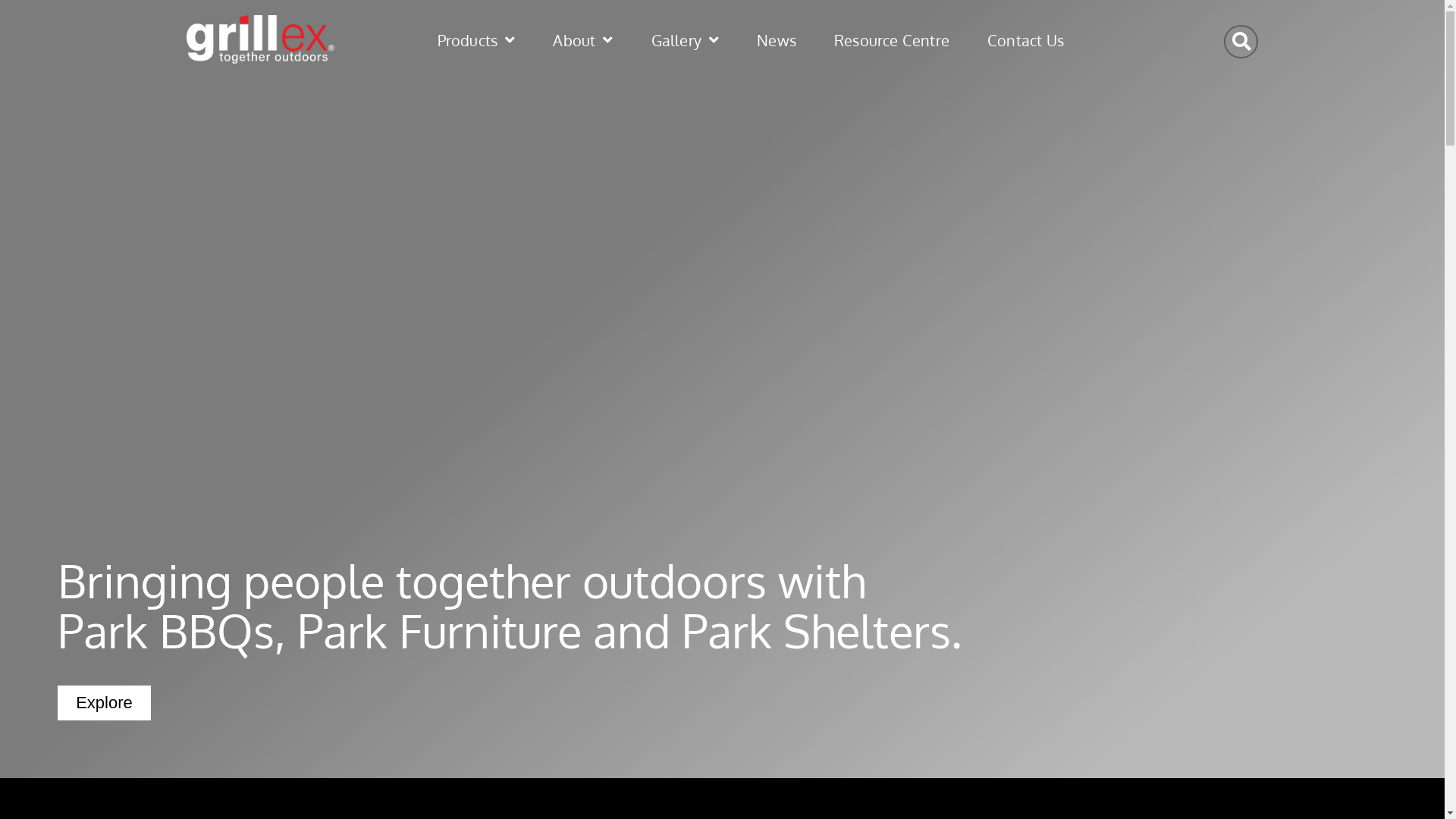 The image size is (1456, 819). I want to click on 'News', so click(757, 39).